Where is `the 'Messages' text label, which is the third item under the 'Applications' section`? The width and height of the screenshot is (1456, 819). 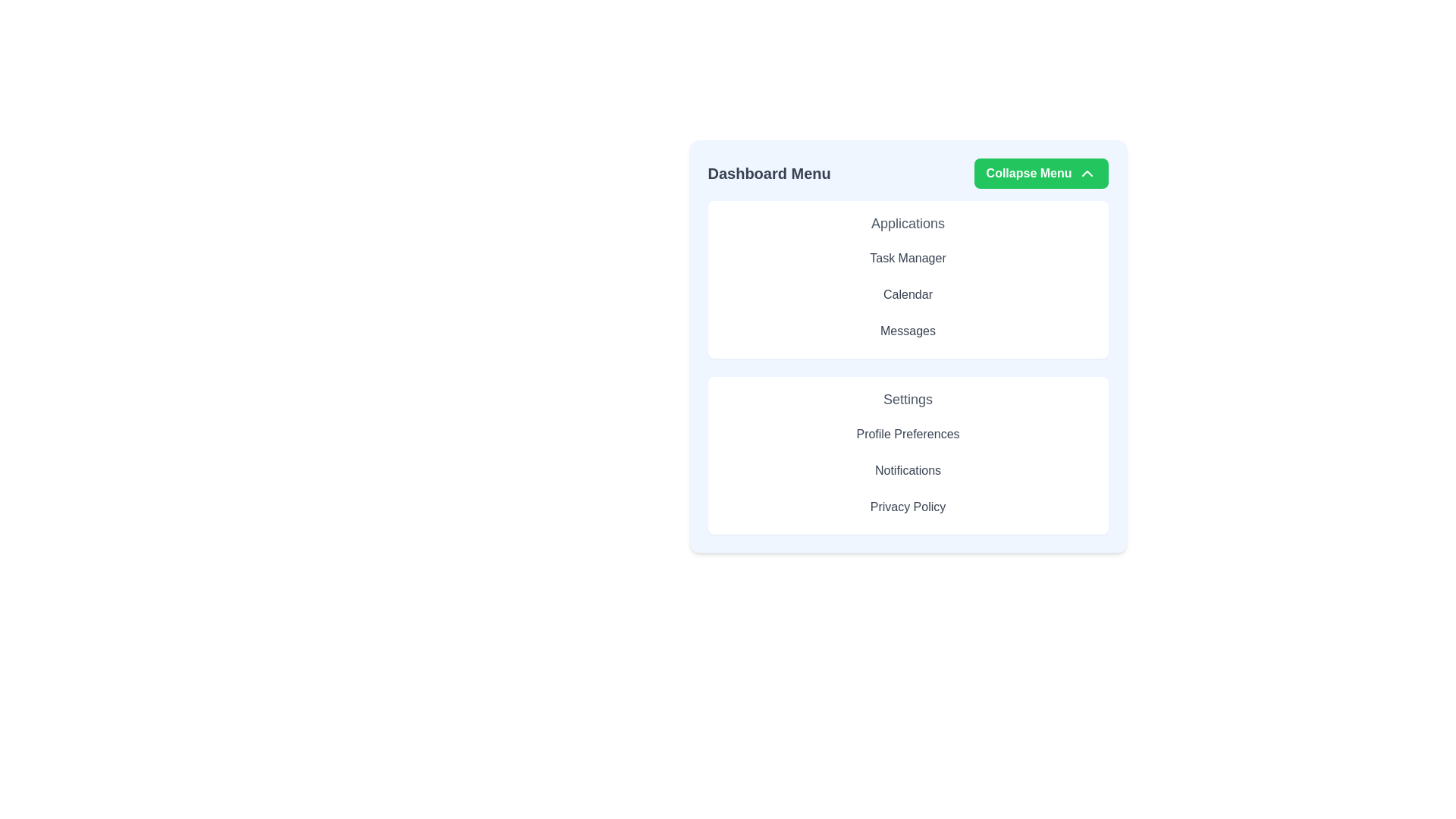
the 'Messages' text label, which is the third item under the 'Applications' section is located at coordinates (908, 330).